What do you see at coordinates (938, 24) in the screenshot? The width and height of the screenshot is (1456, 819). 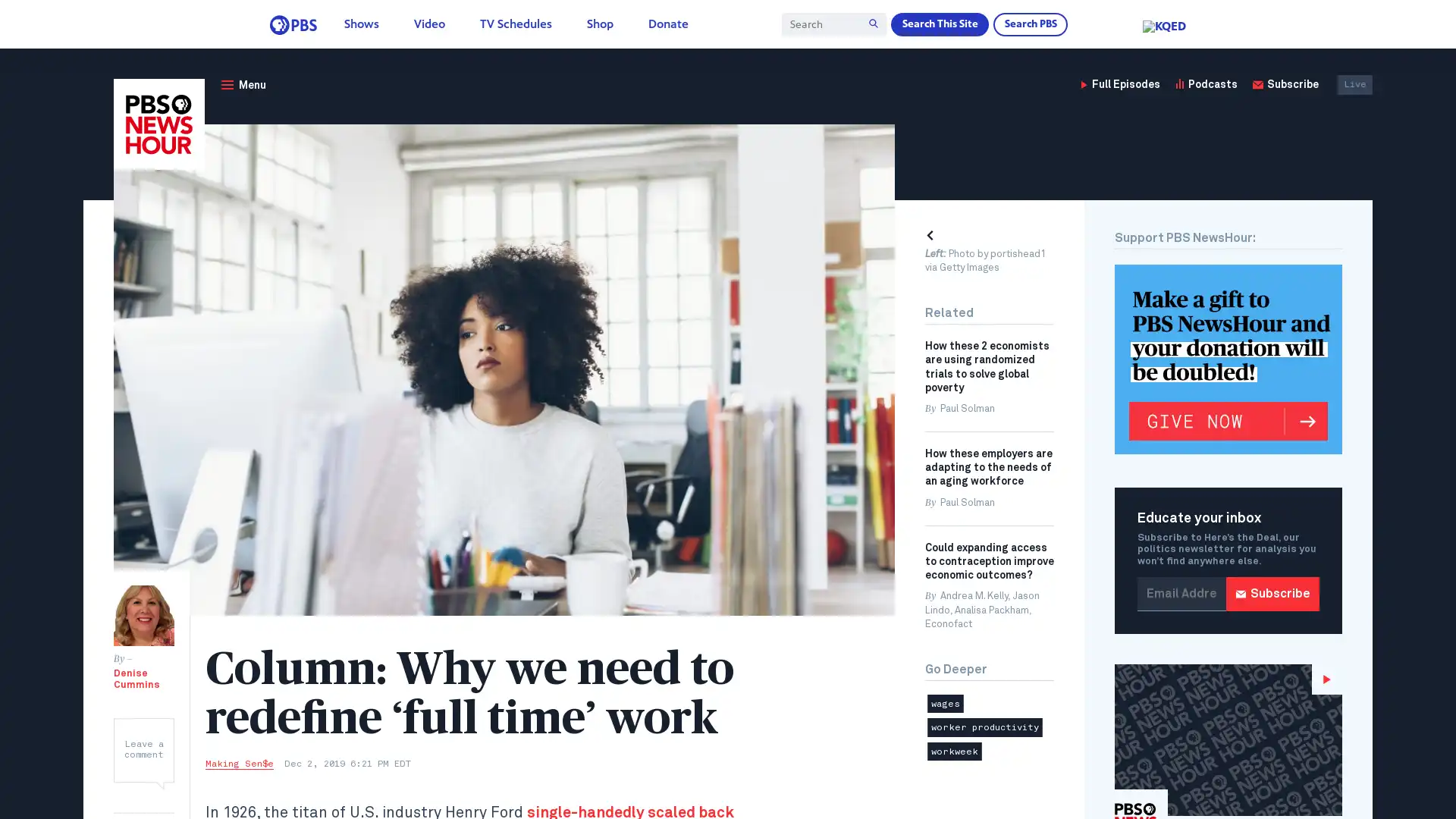 I see `Search This Site` at bounding box center [938, 24].